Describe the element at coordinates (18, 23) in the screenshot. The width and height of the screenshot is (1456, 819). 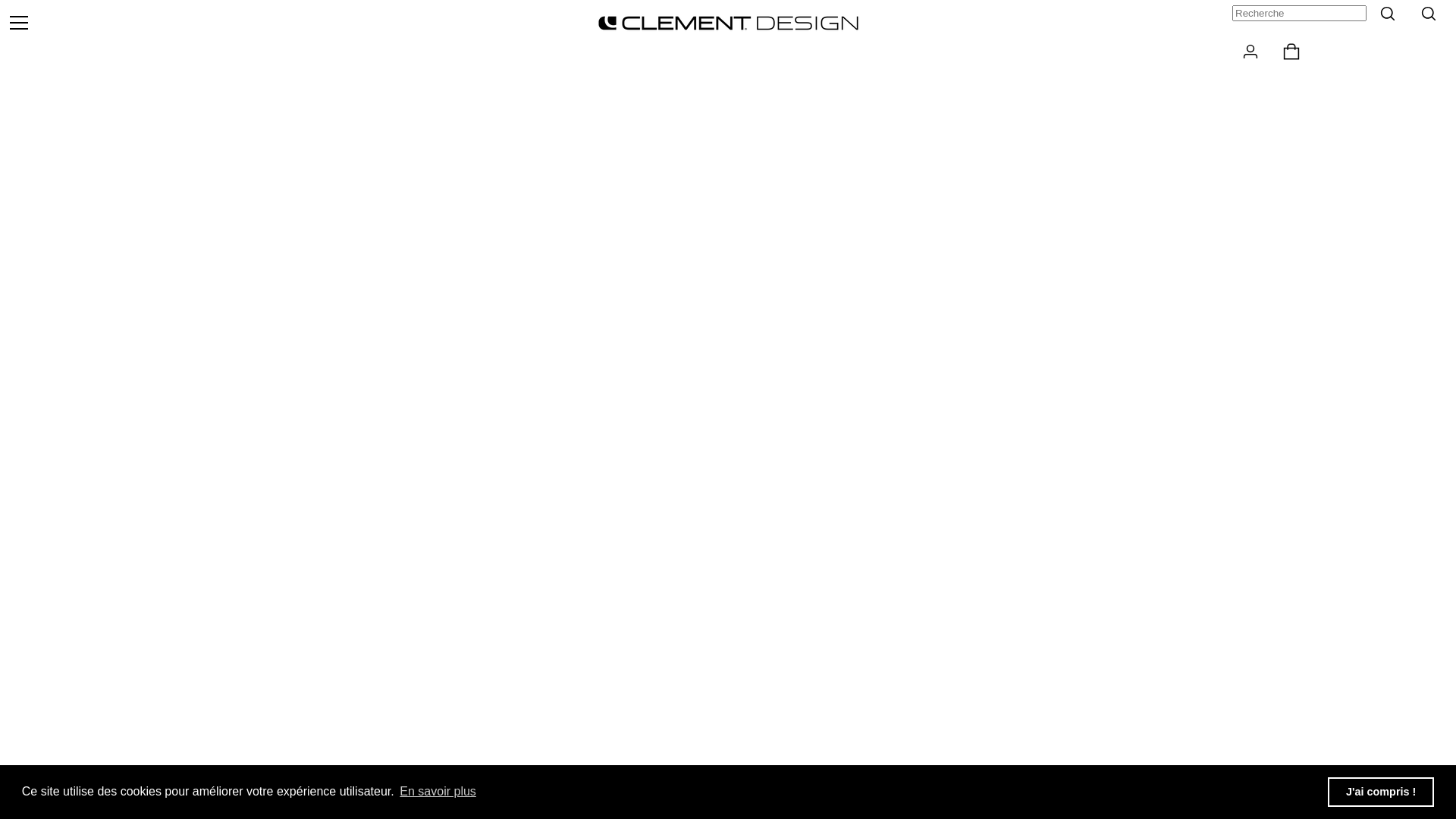
I see `'MENU'` at that location.